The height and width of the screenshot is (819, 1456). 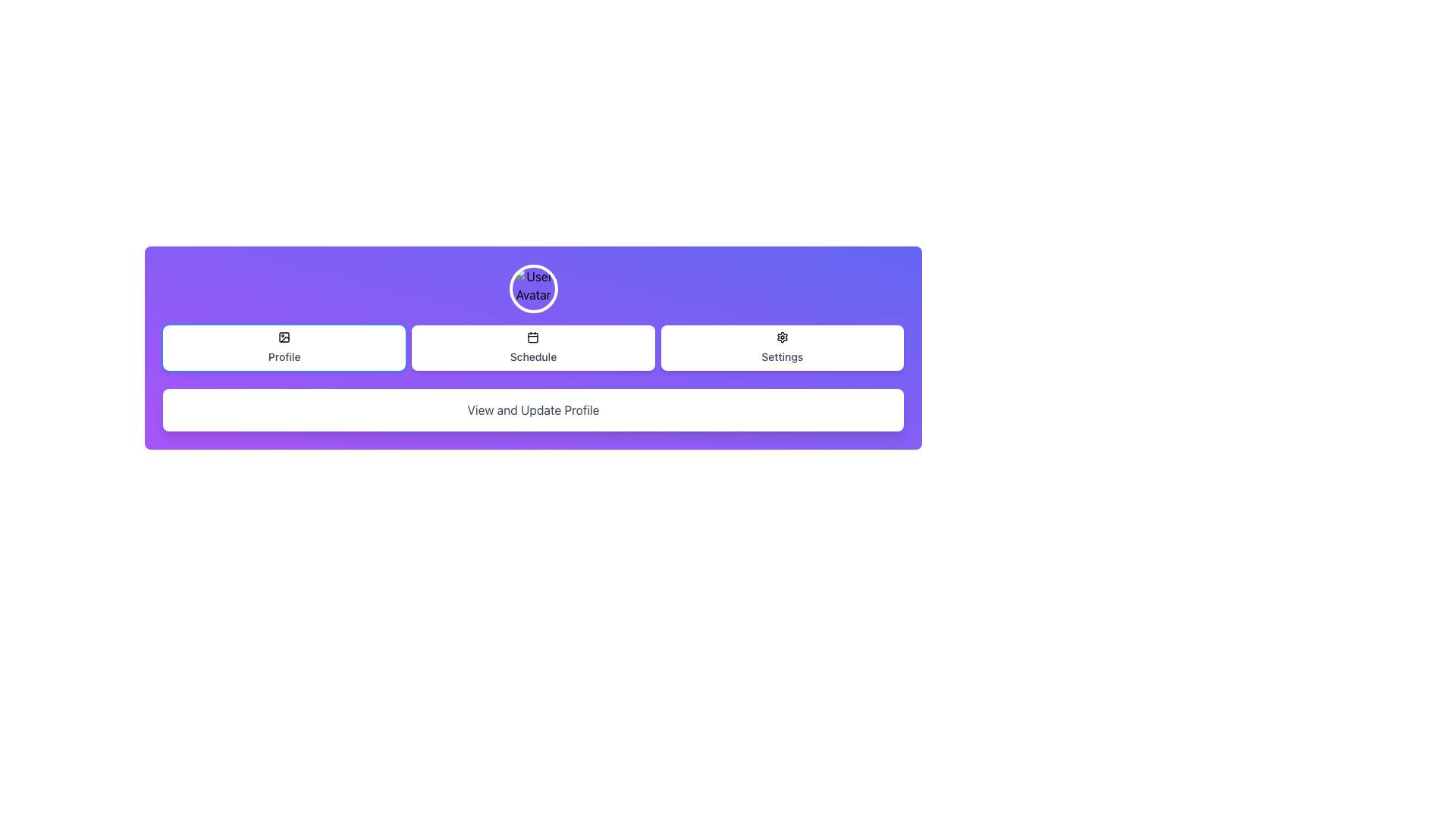 I want to click on the Icon (SVG Image) representing user imagery or profile functionalities, located in the top-left corner of the 'Profile' section, so click(x=284, y=336).